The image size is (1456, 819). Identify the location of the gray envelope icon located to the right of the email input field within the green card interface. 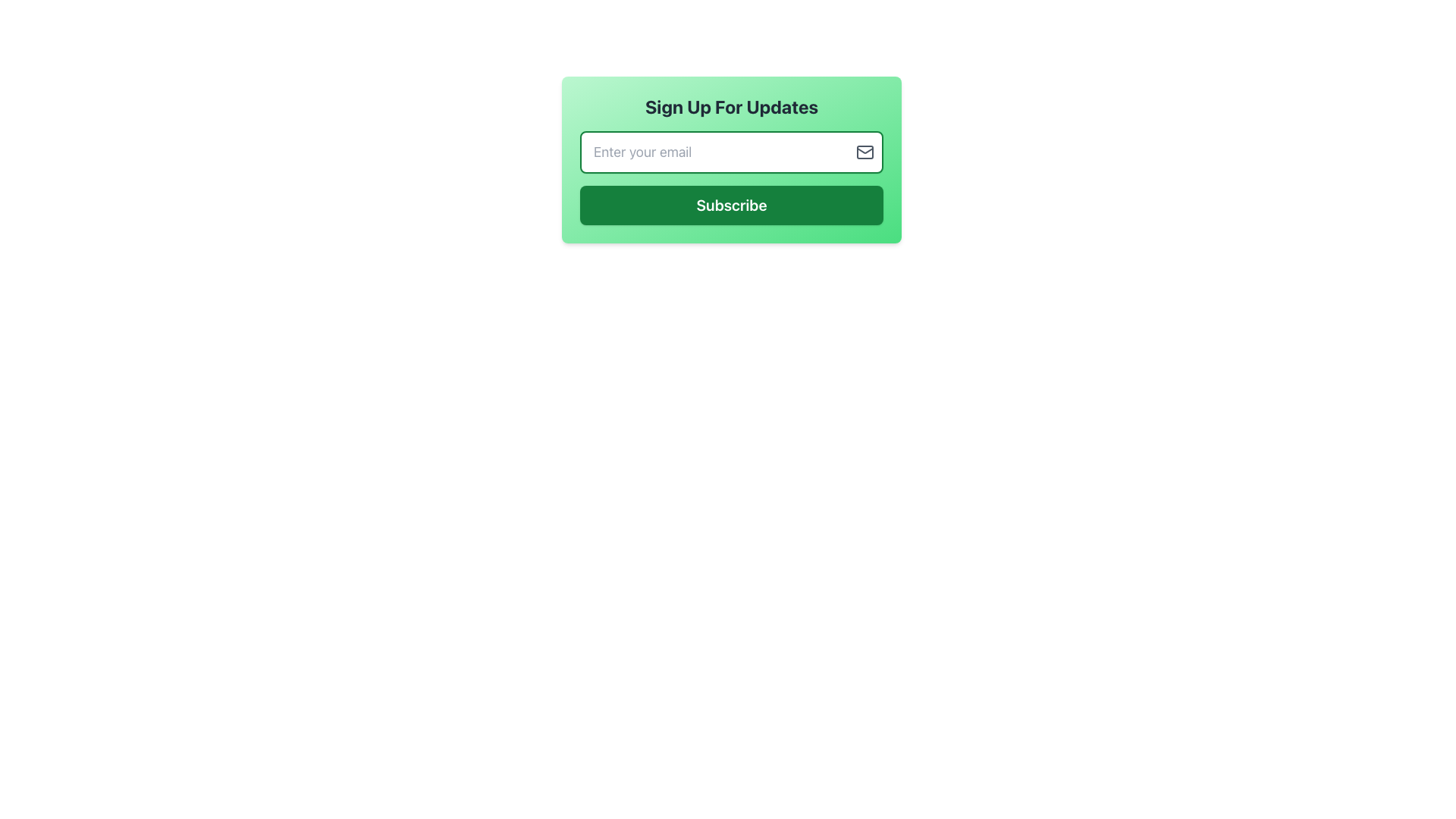
(865, 152).